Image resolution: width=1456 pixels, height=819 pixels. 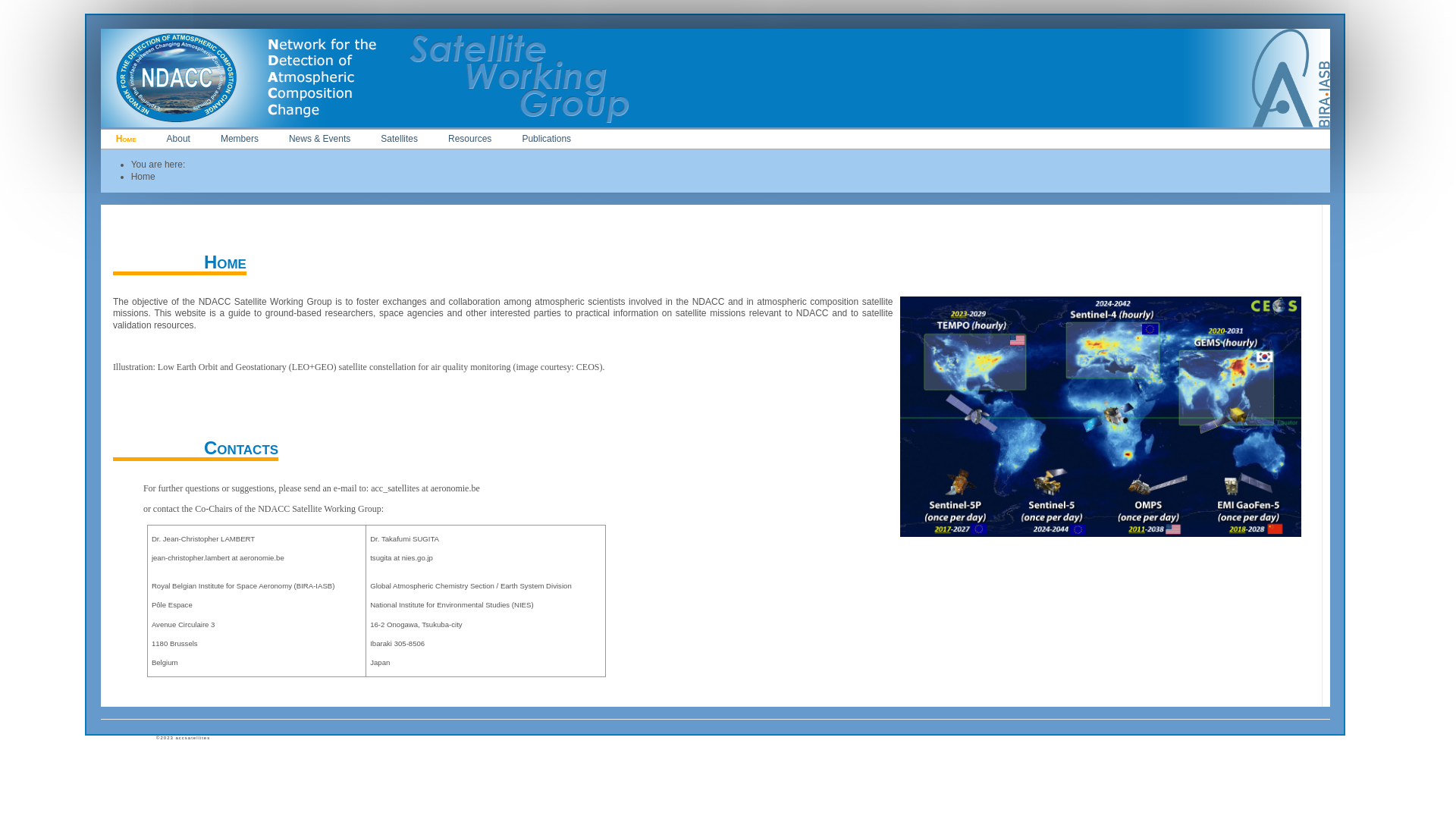 What do you see at coordinates (152, 138) in the screenshot?
I see `'About'` at bounding box center [152, 138].